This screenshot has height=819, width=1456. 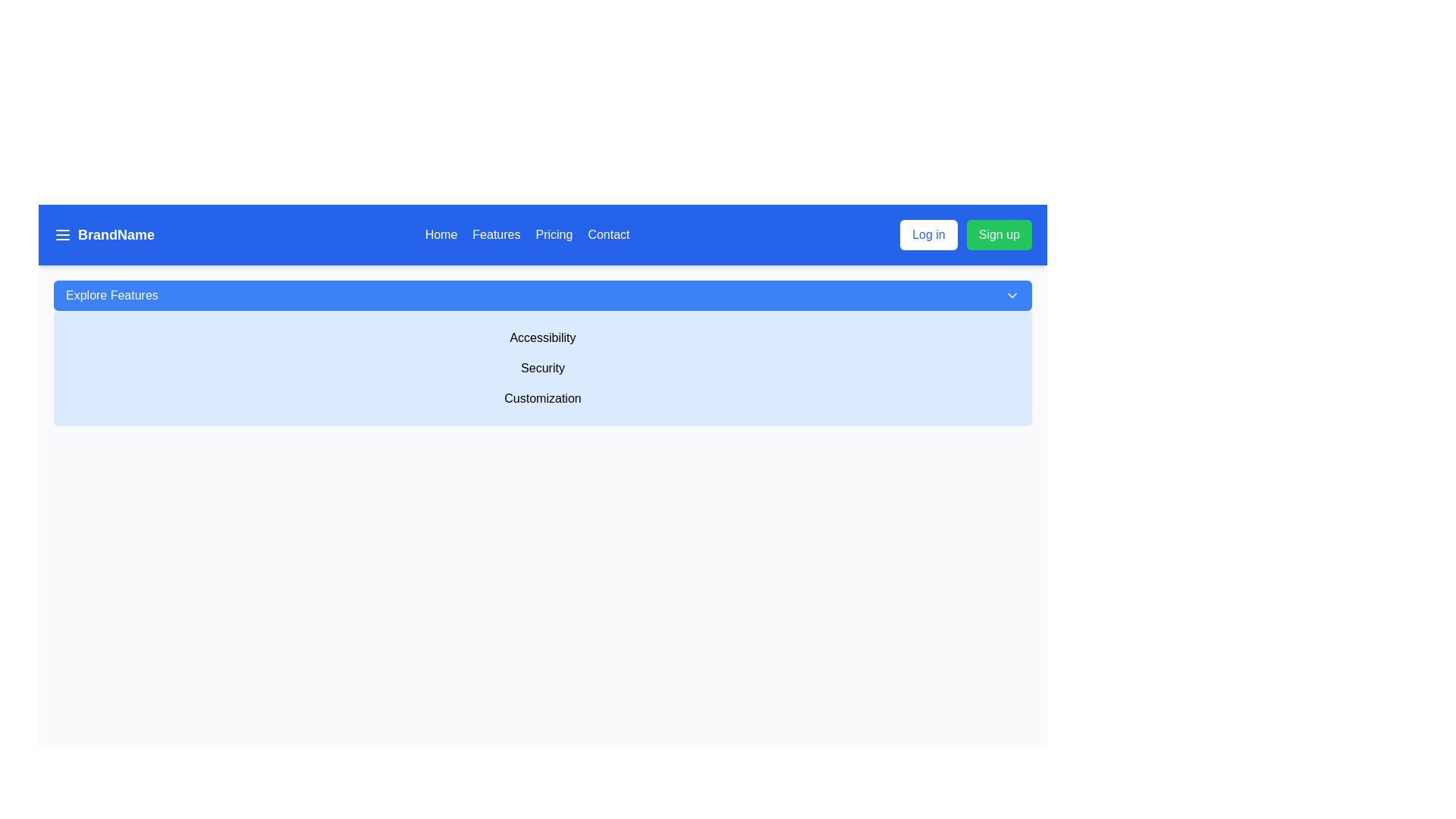 What do you see at coordinates (527, 234) in the screenshot?
I see `the Navigation menu located at the center of the top bar, which provides access to main sections like 'Home,' 'Features,' 'Pricing,' and 'Contact.'` at bounding box center [527, 234].